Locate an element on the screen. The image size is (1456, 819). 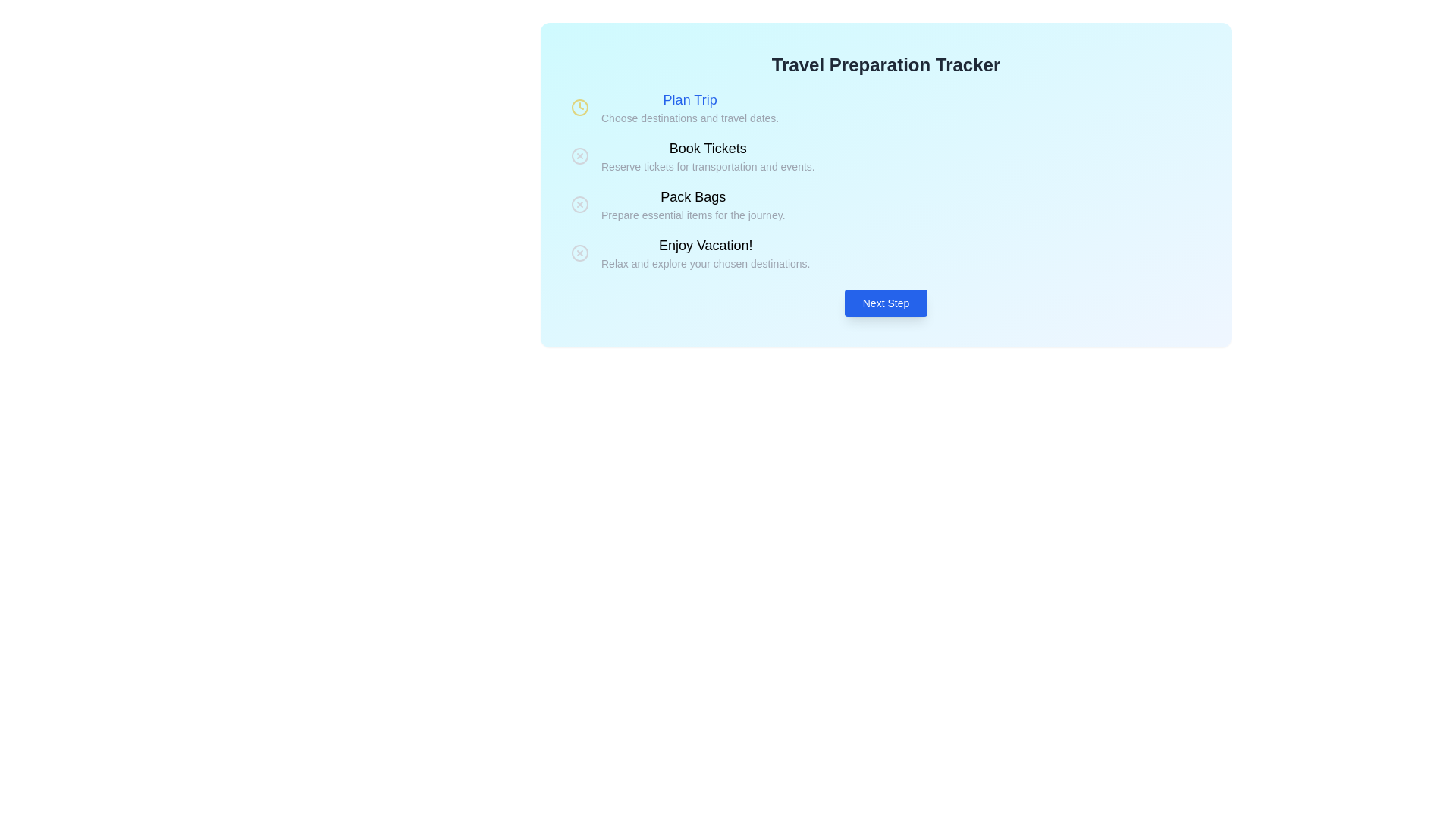
the descriptive text label indicating the current or next step in the travel planning process is located at coordinates (704, 245).